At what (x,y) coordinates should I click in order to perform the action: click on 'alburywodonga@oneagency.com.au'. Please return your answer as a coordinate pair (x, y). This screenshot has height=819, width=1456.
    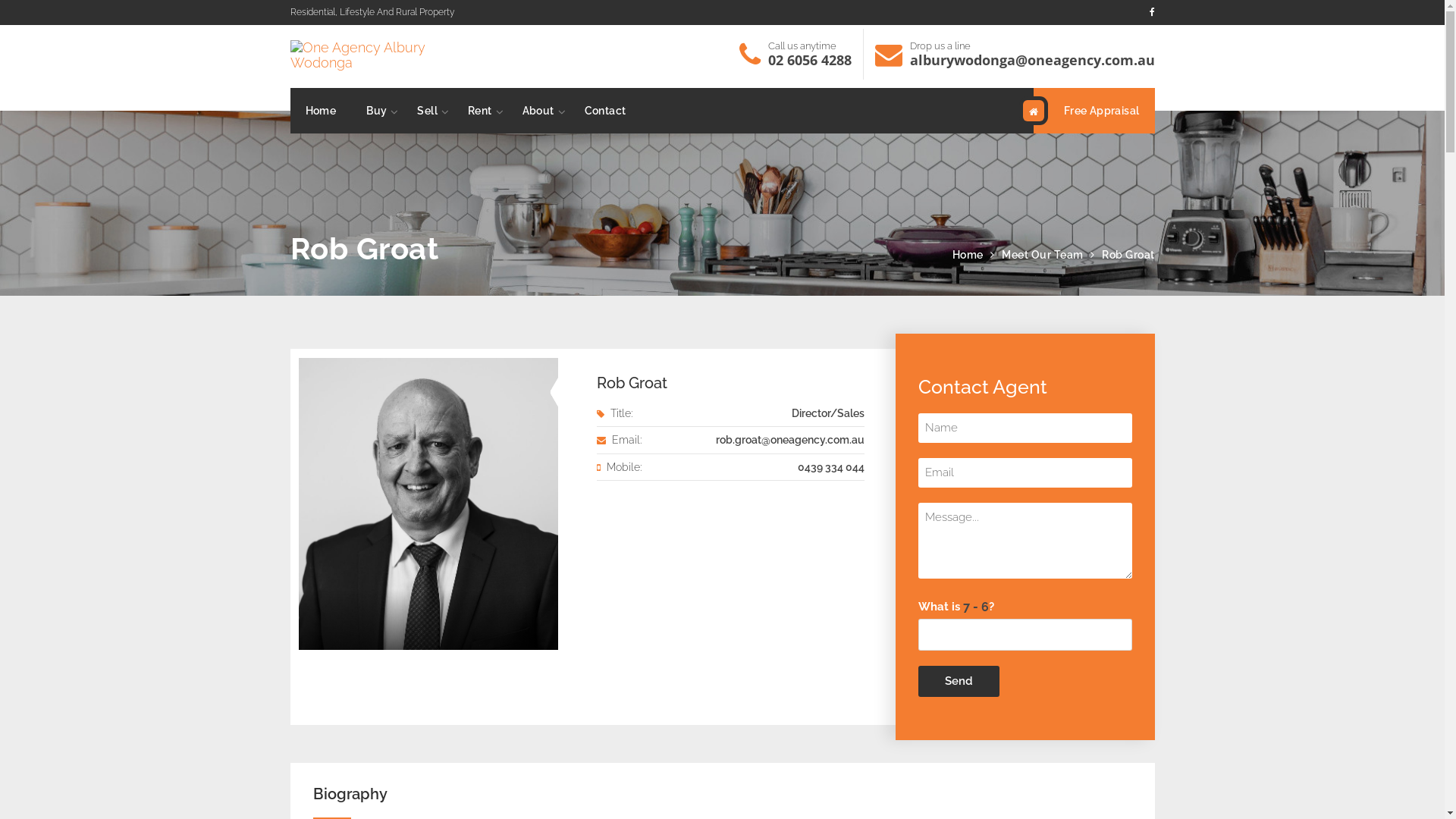
    Looking at the image, I should click on (1031, 58).